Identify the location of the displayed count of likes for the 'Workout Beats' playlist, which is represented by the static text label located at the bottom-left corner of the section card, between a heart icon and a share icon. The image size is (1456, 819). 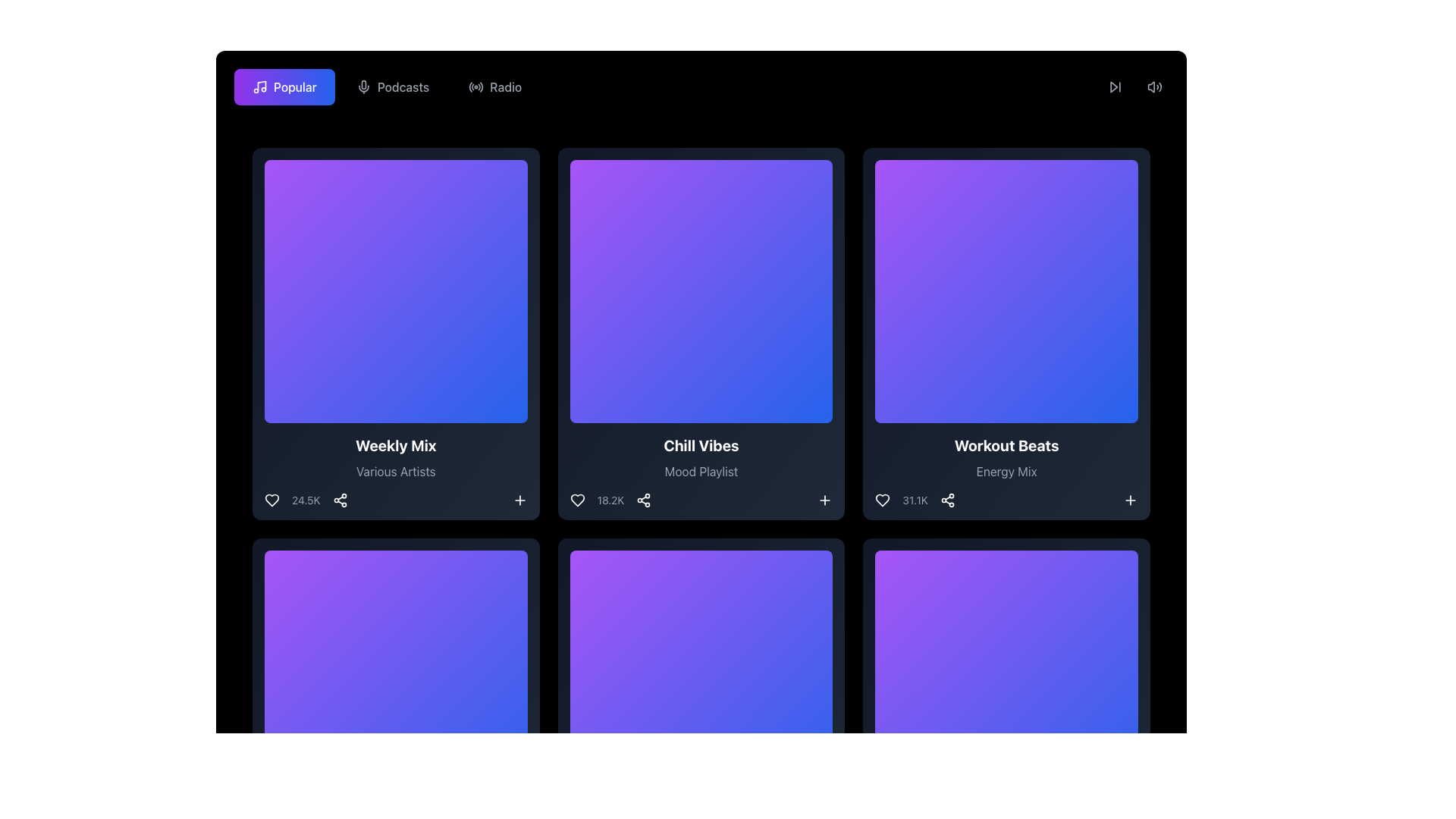
(915, 500).